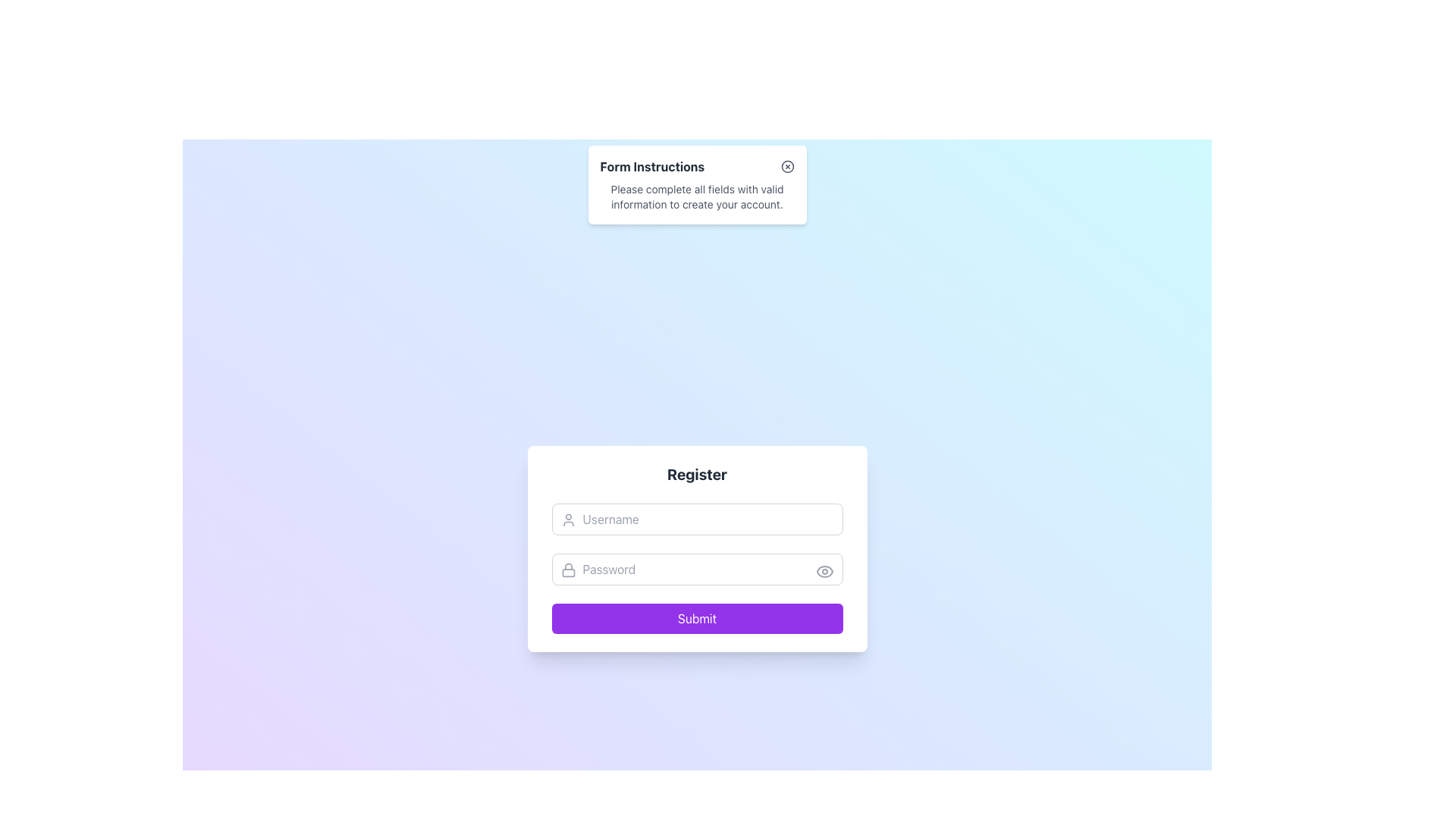 The width and height of the screenshot is (1456, 819). Describe the element at coordinates (567, 570) in the screenshot. I see `the security icon located at the top left of the password input box in the registration form` at that location.